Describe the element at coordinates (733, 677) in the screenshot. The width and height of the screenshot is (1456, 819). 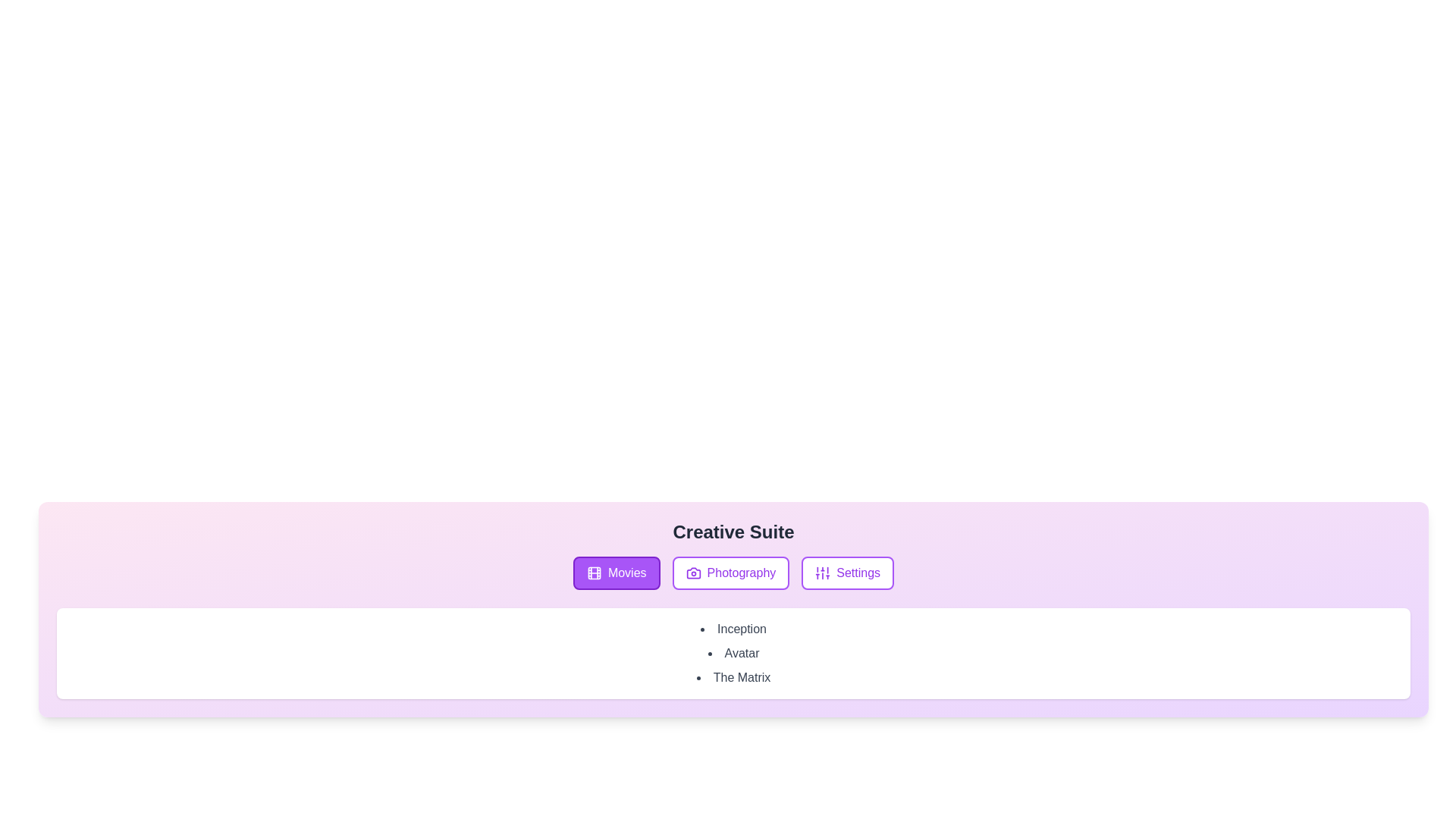
I see `the text element reading 'The Matrix' in the bullet-point list` at that location.